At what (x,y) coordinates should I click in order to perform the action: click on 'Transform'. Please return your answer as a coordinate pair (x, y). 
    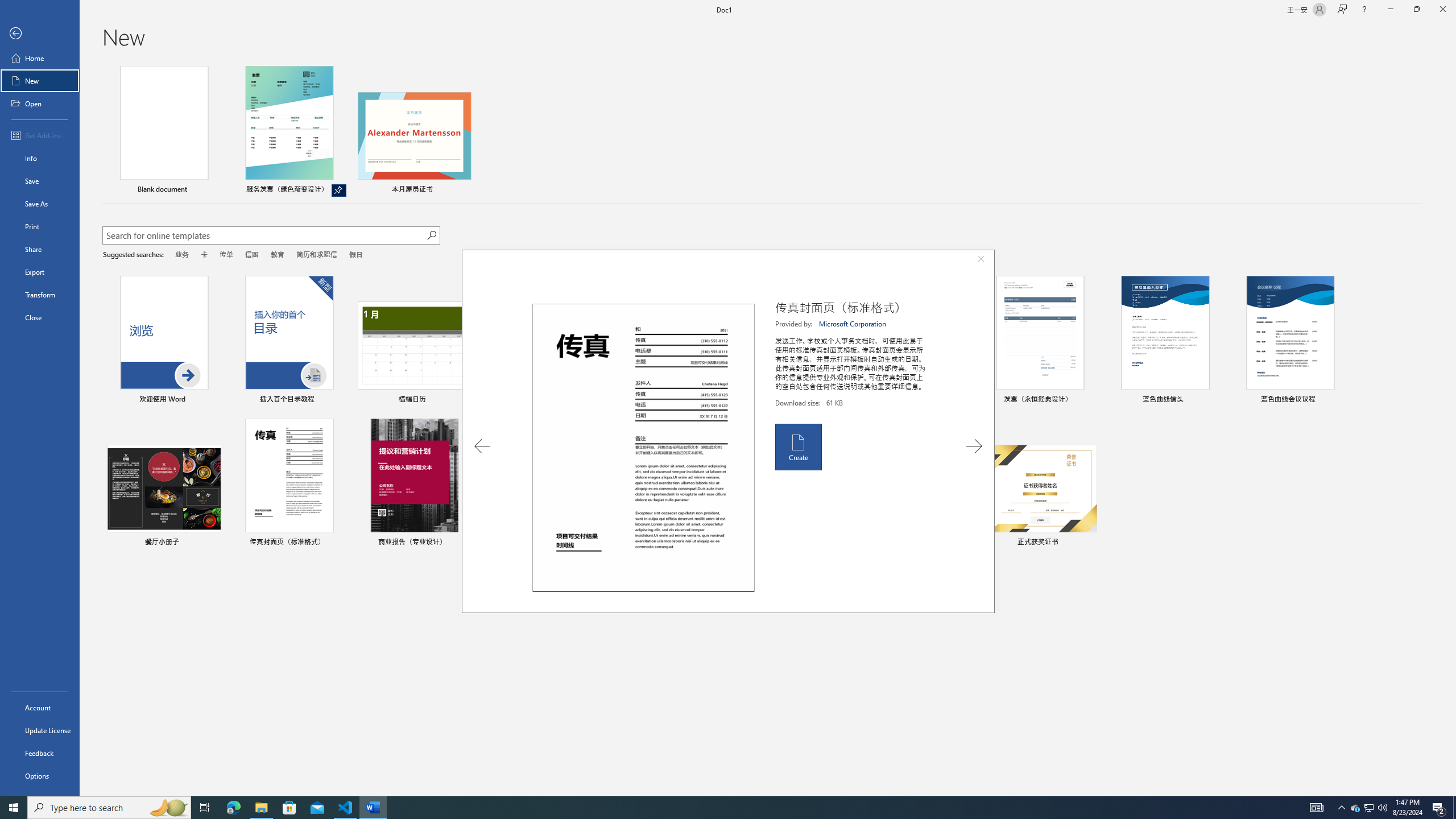
    Looking at the image, I should click on (39, 294).